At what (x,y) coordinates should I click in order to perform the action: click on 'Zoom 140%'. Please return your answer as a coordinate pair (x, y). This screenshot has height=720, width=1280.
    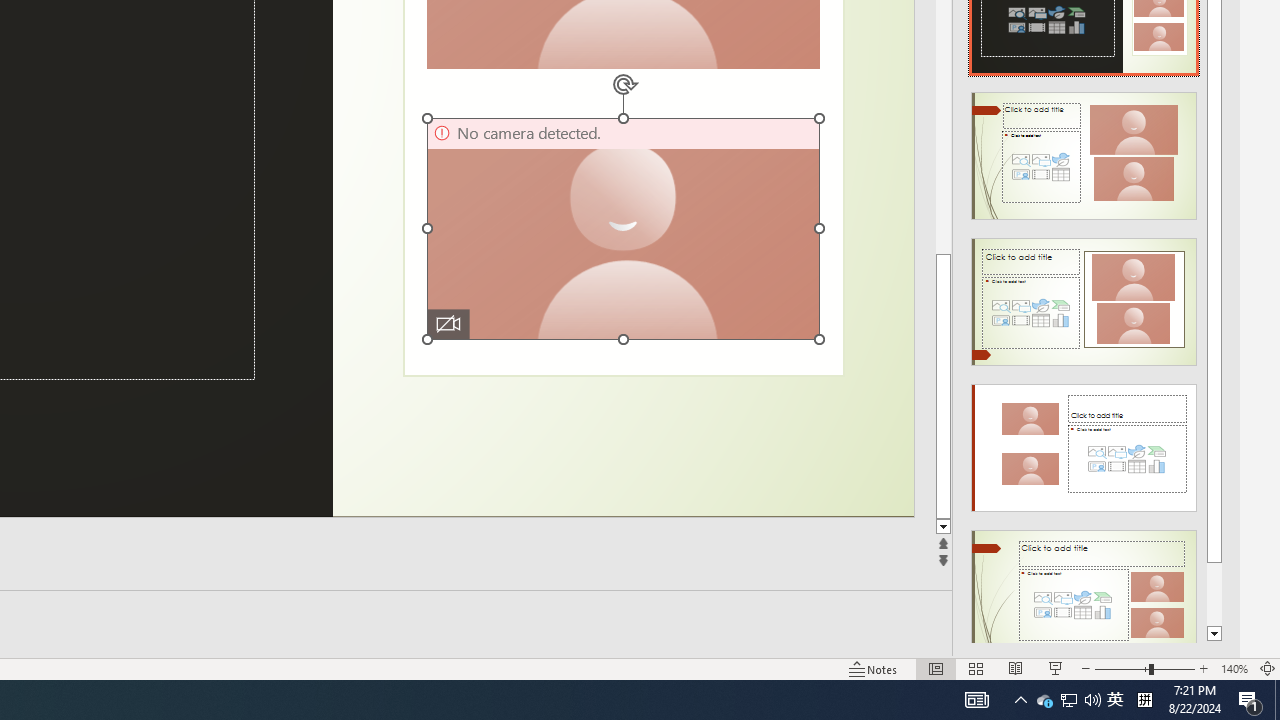
    Looking at the image, I should click on (1233, 669).